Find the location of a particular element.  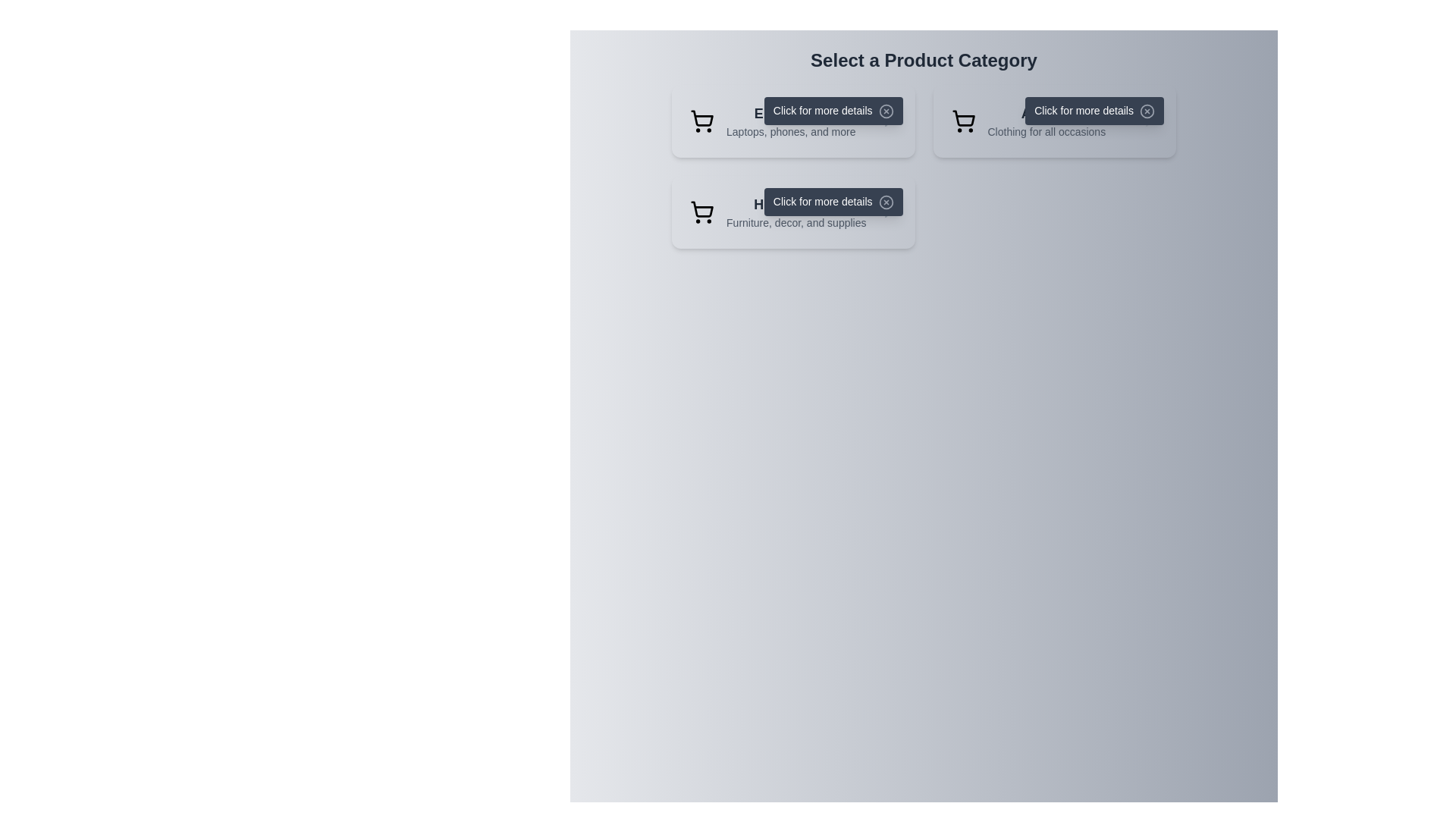

the black cart icon located within the 'Electronics' button that has a light gray background and rounded corners is located at coordinates (701, 118).